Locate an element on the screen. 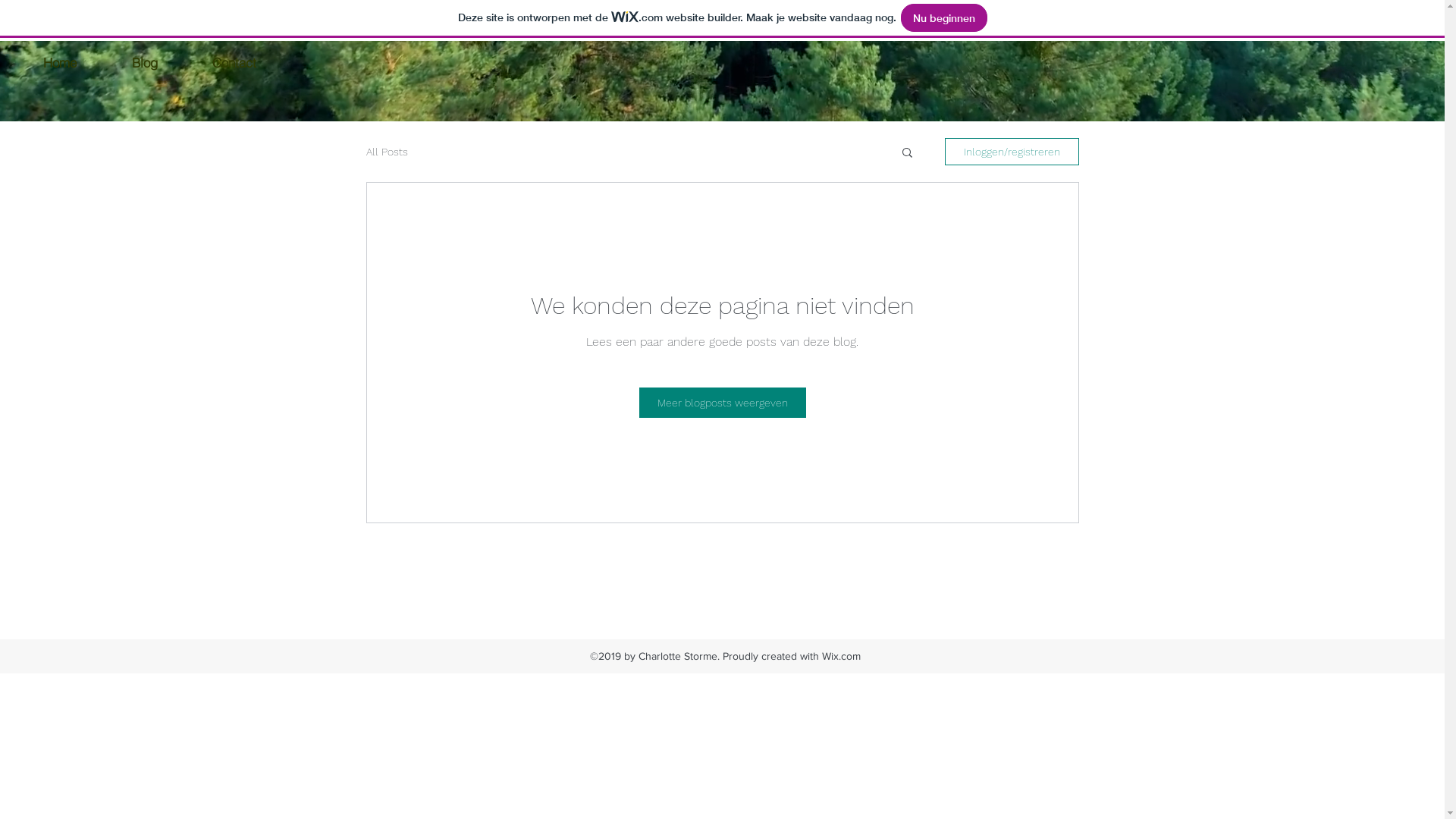 This screenshot has width=1456, height=819. 'Inloggen/registreren' is located at coordinates (1012, 152).